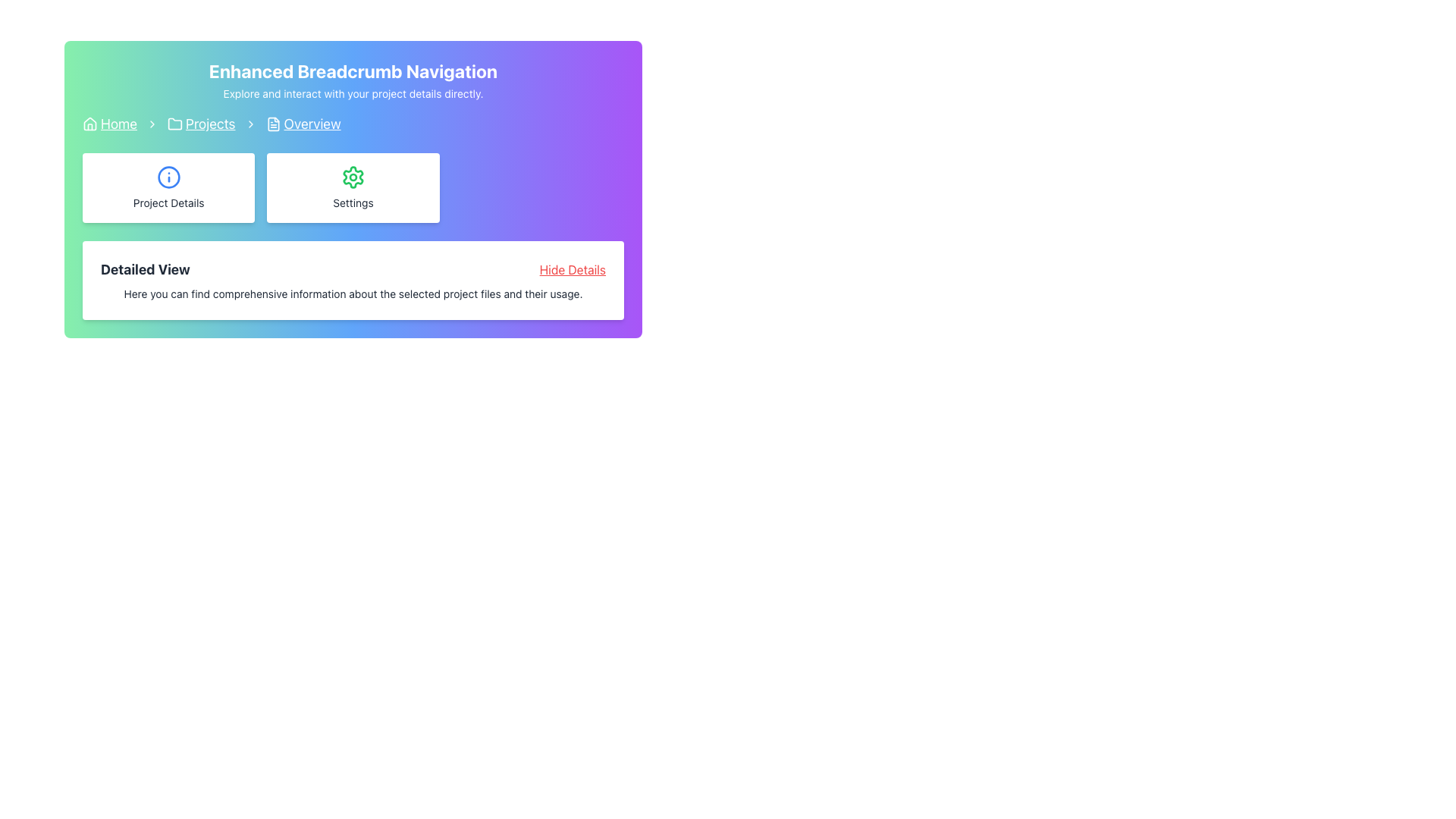 Image resolution: width=1456 pixels, height=819 pixels. Describe the element at coordinates (174, 124) in the screenshot. I see `the folder icon located in the breadcrumb navigation bar, positioned immediately to the left of the 'Projects' text link` at that location.